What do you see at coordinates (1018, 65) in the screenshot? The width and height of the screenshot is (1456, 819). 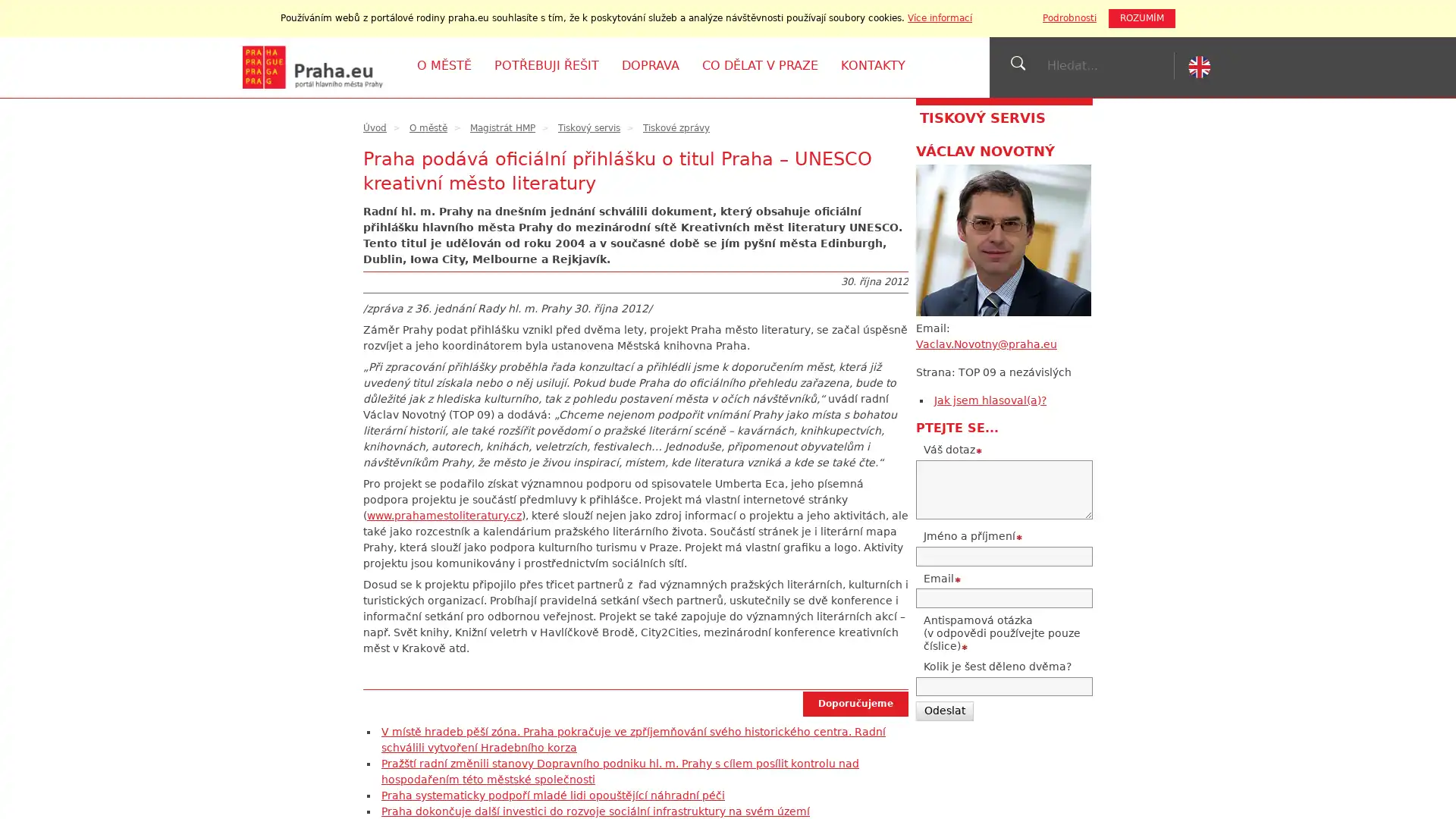 I see `jVyhledat` at bounding box center [1018, 65].